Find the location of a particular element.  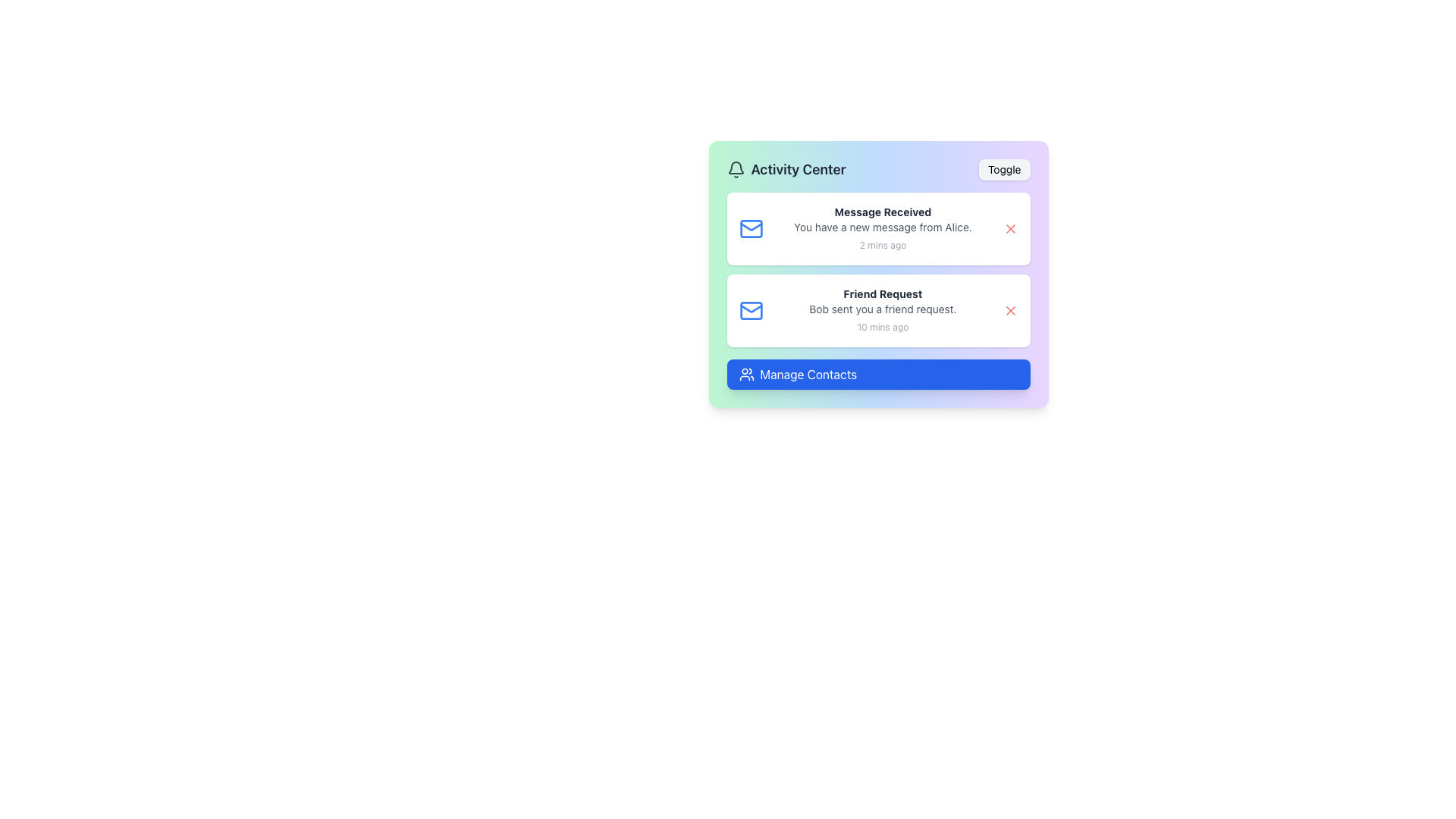

the message notification icon that indicates a received message, positioned to the left of the text 'Message Received' and 'You have a new message from Alice.' is located at coordinates (751, 228).